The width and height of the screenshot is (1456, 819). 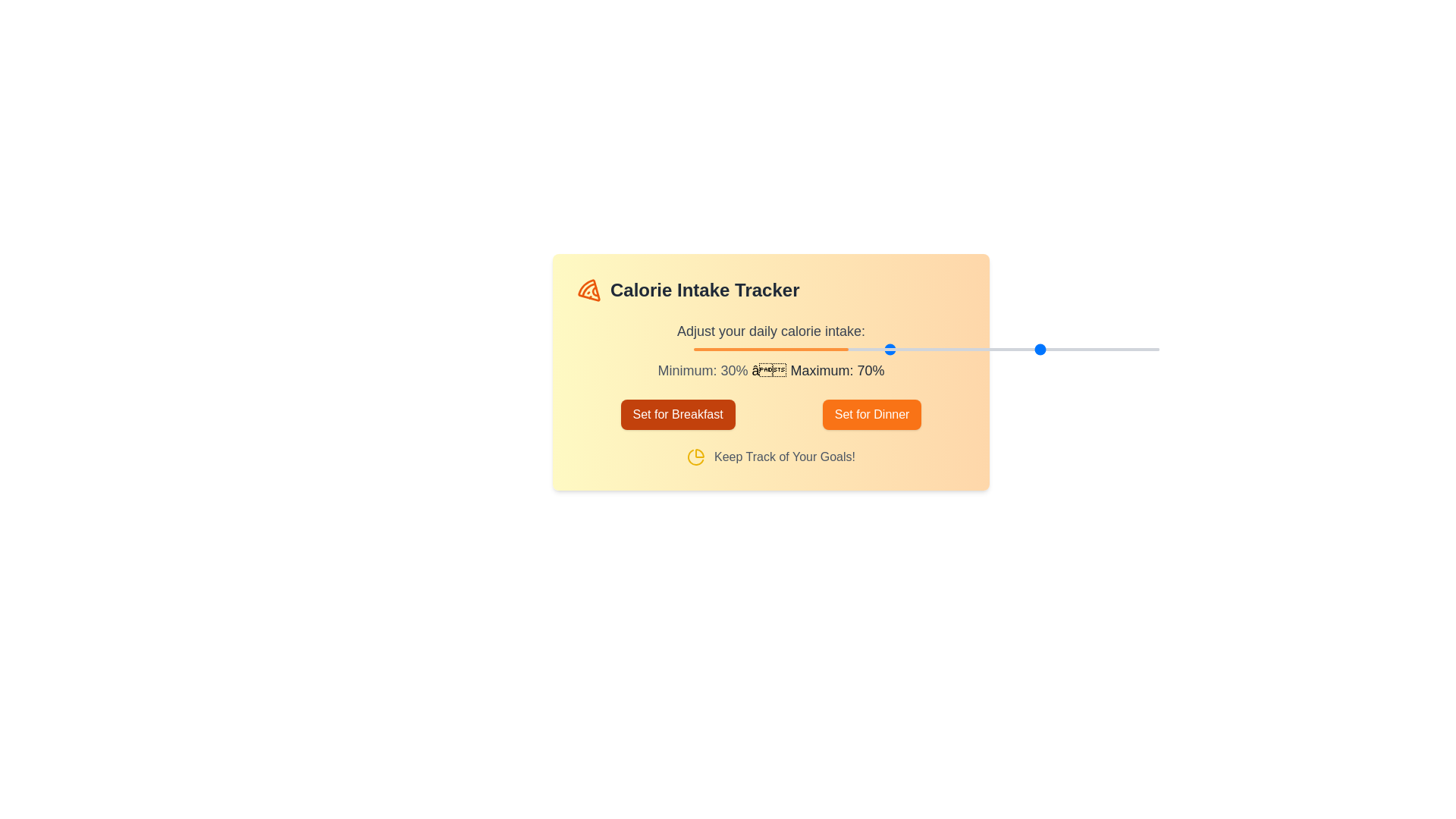 I want to click on the design and decorative icon located in the top-left region of the panel, which enhances the graphical representation of the header text, so click(x=595, y=291).